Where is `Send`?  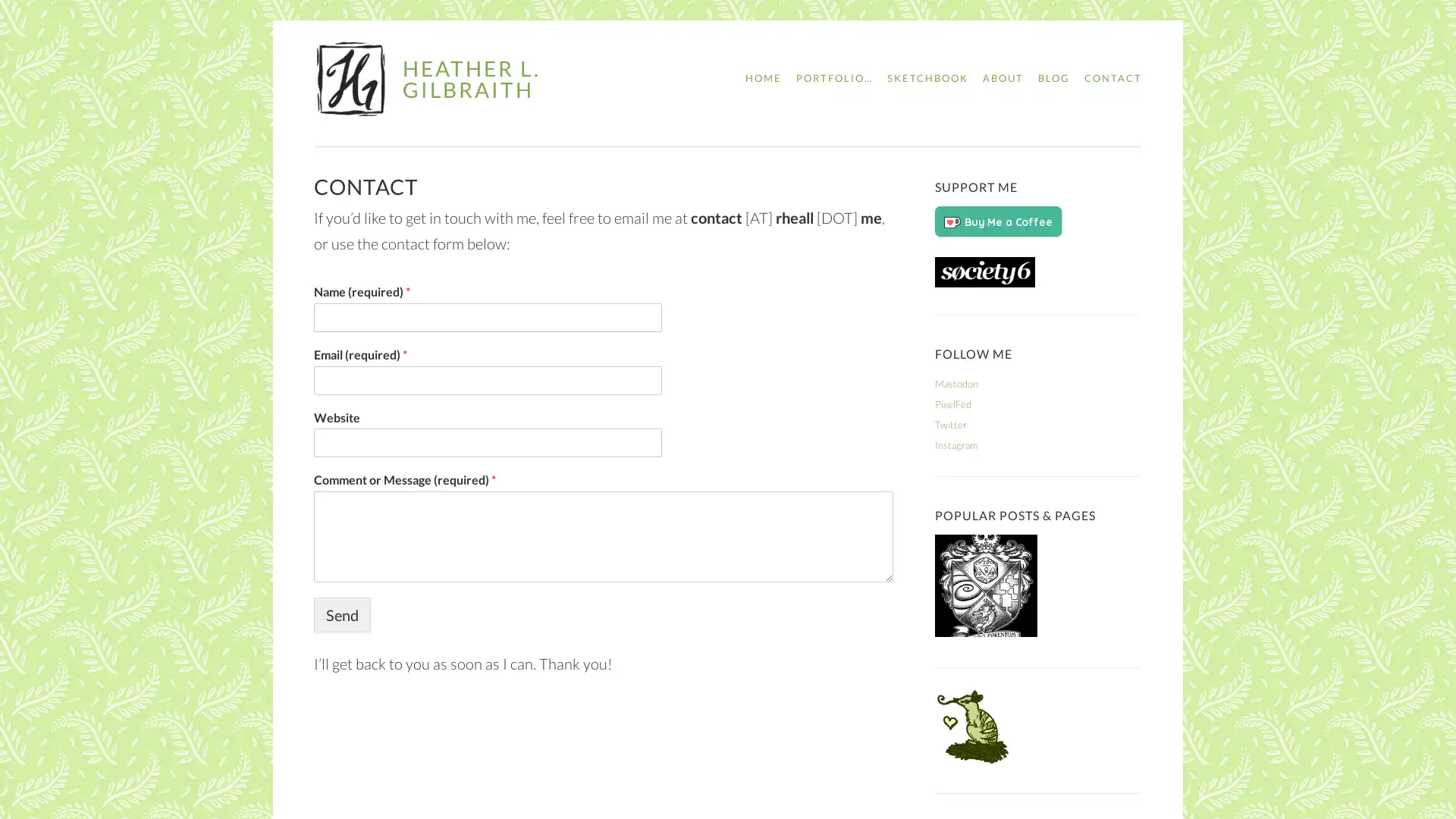 Send is located at coordinates (341, 614).